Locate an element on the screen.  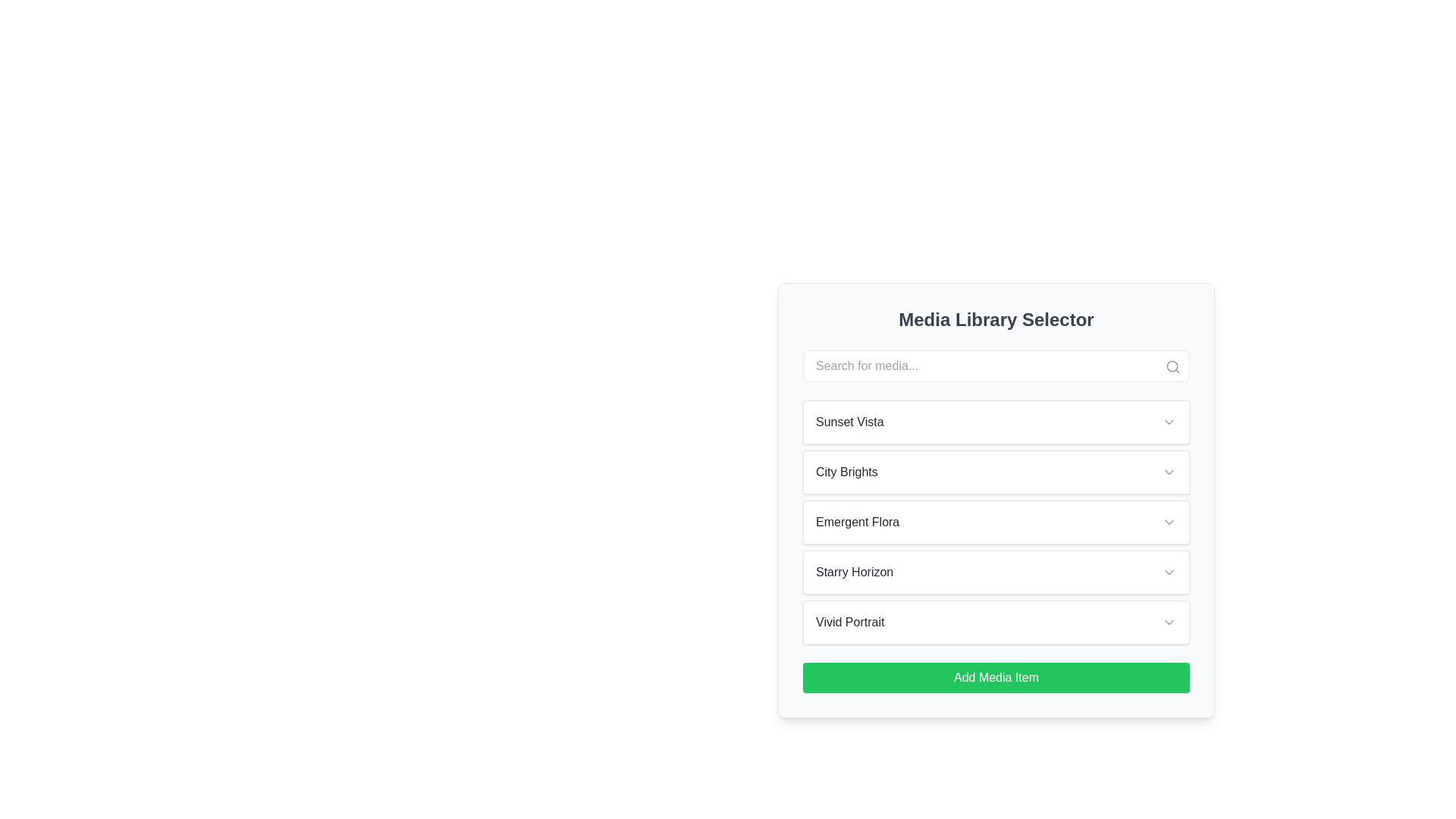
the downward-facing chevron icon, which is gray and located to the right of the 'Starry Horizon' text is located at coordinates (1168, 573).